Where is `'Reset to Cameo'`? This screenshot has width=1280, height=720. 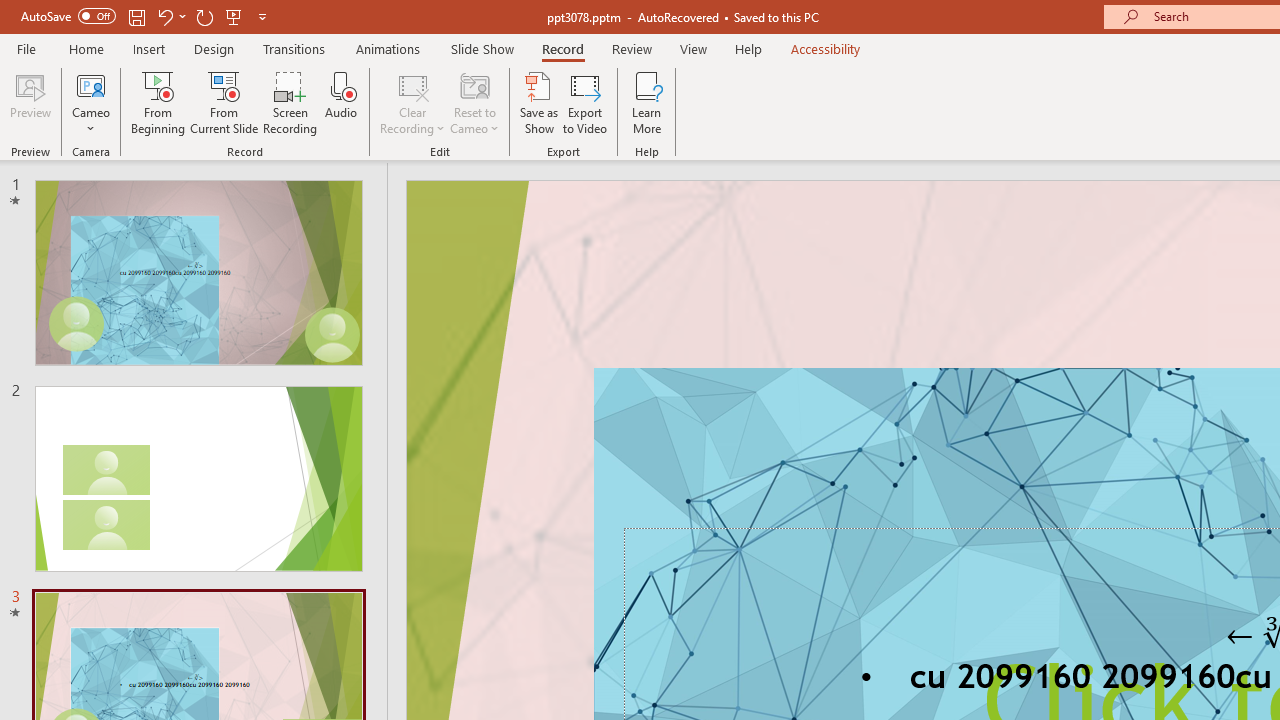
'Reset to Cameo' is located at coordinates (473, 103).